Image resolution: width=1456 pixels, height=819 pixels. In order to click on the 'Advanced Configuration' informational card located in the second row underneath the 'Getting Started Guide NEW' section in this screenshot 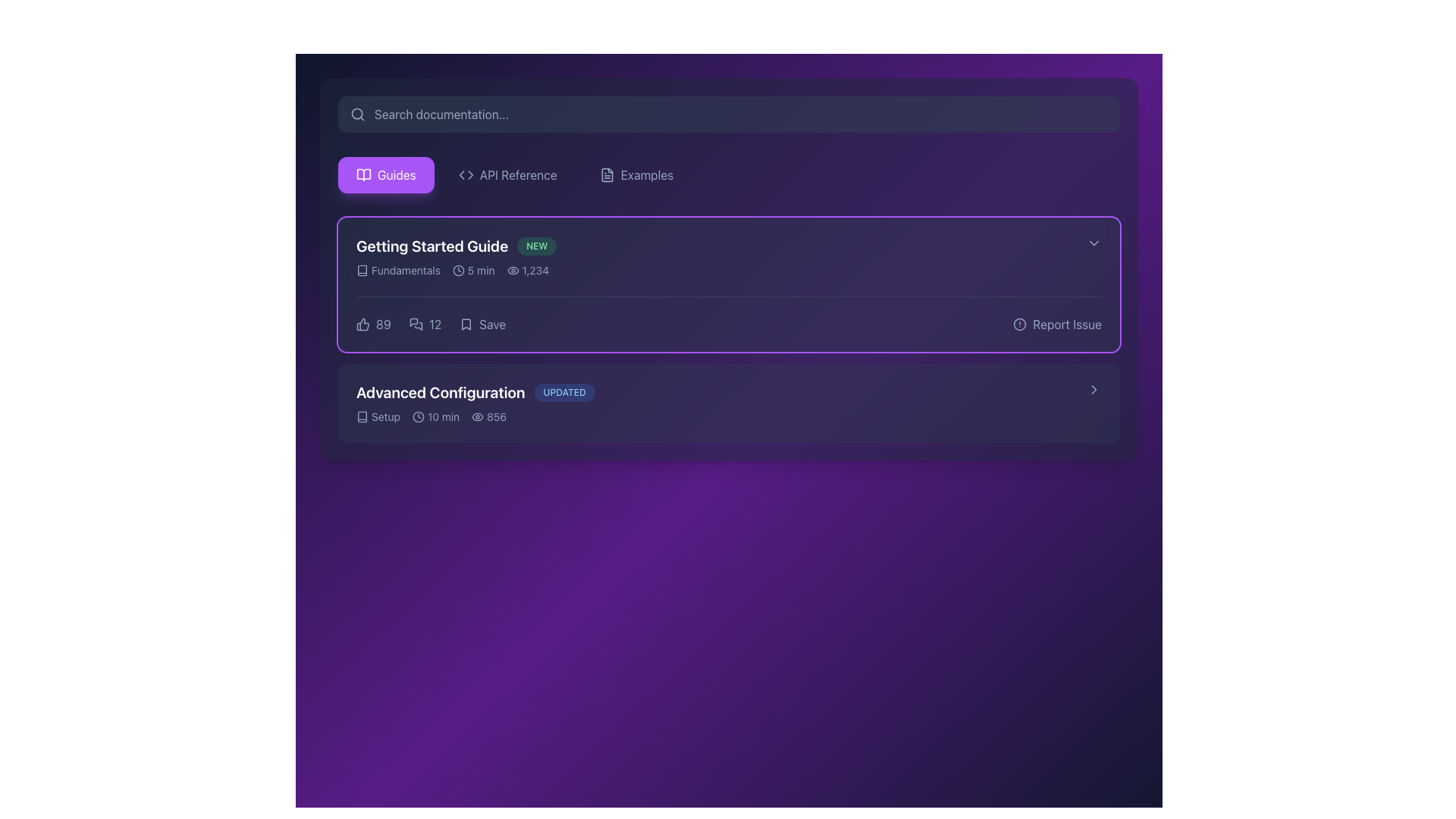, I will do `click(720, 403)`.